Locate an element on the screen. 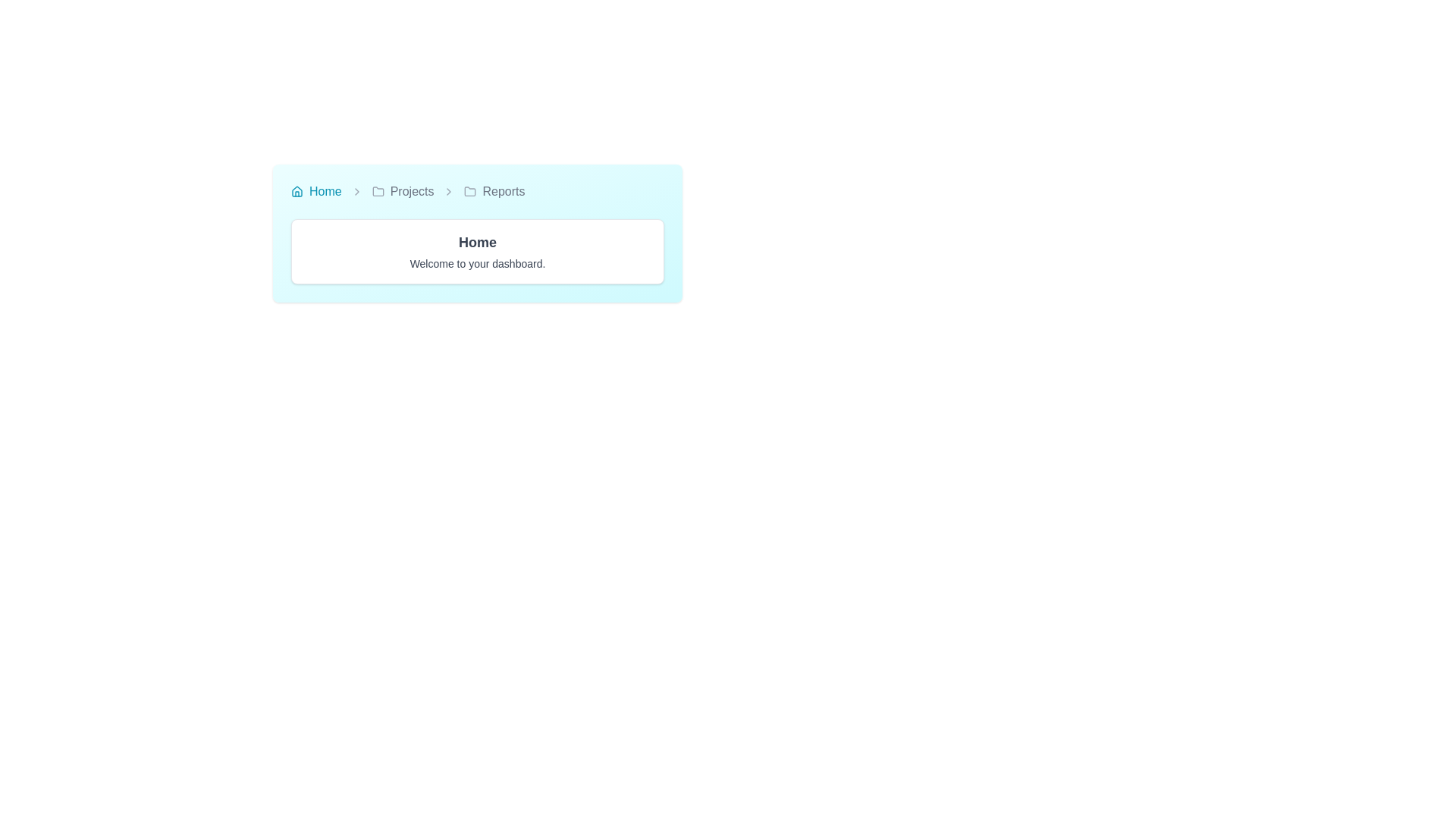  the 'Projects' icon, which is the first icon in the 'Projects' breadcrumb link and serves as a visual marker for this section is located at coordinates (378, 191).